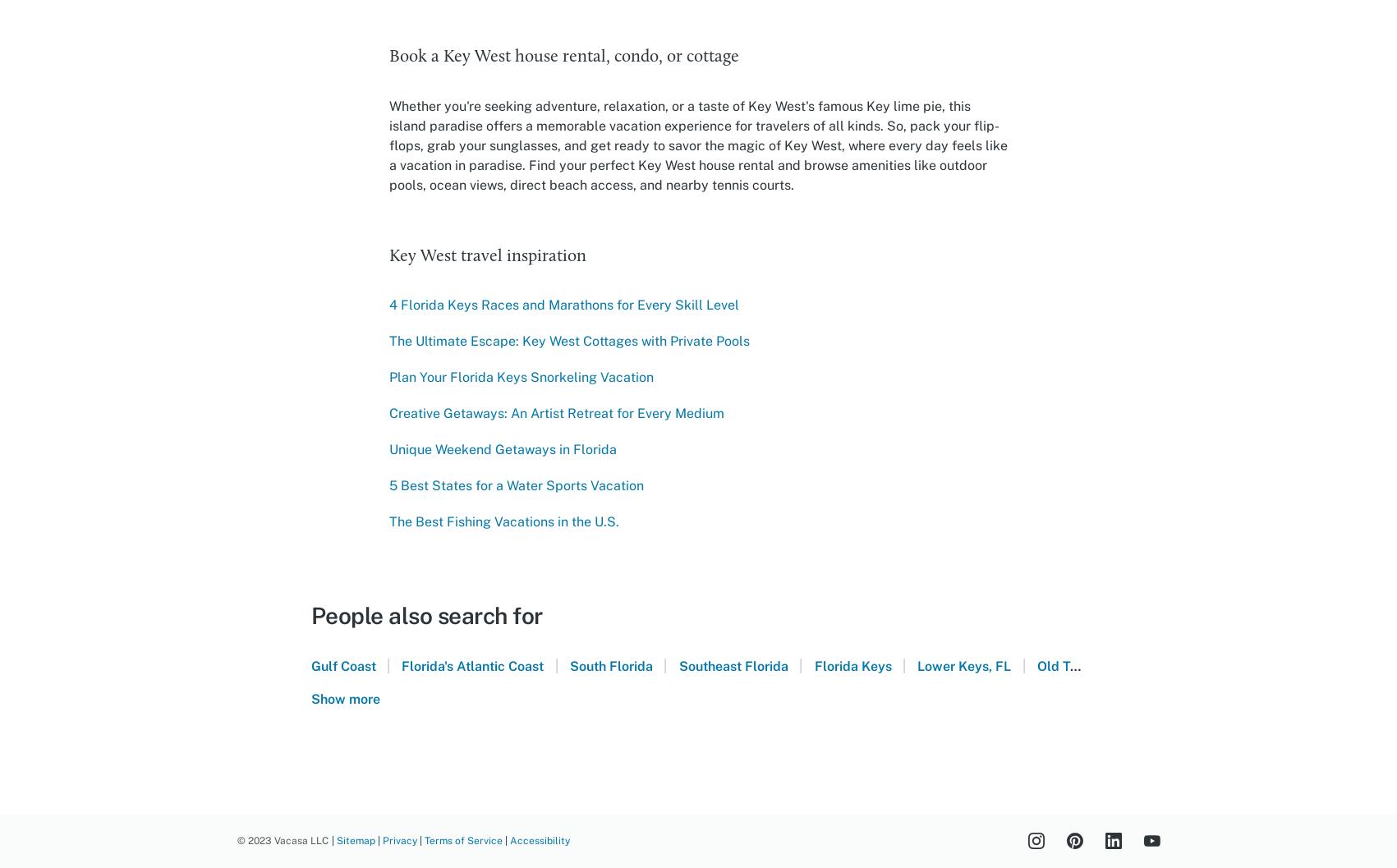  Describe the element at coordinates (462, 840) in the screenshot. I see `'Terms of Service'` at that location.